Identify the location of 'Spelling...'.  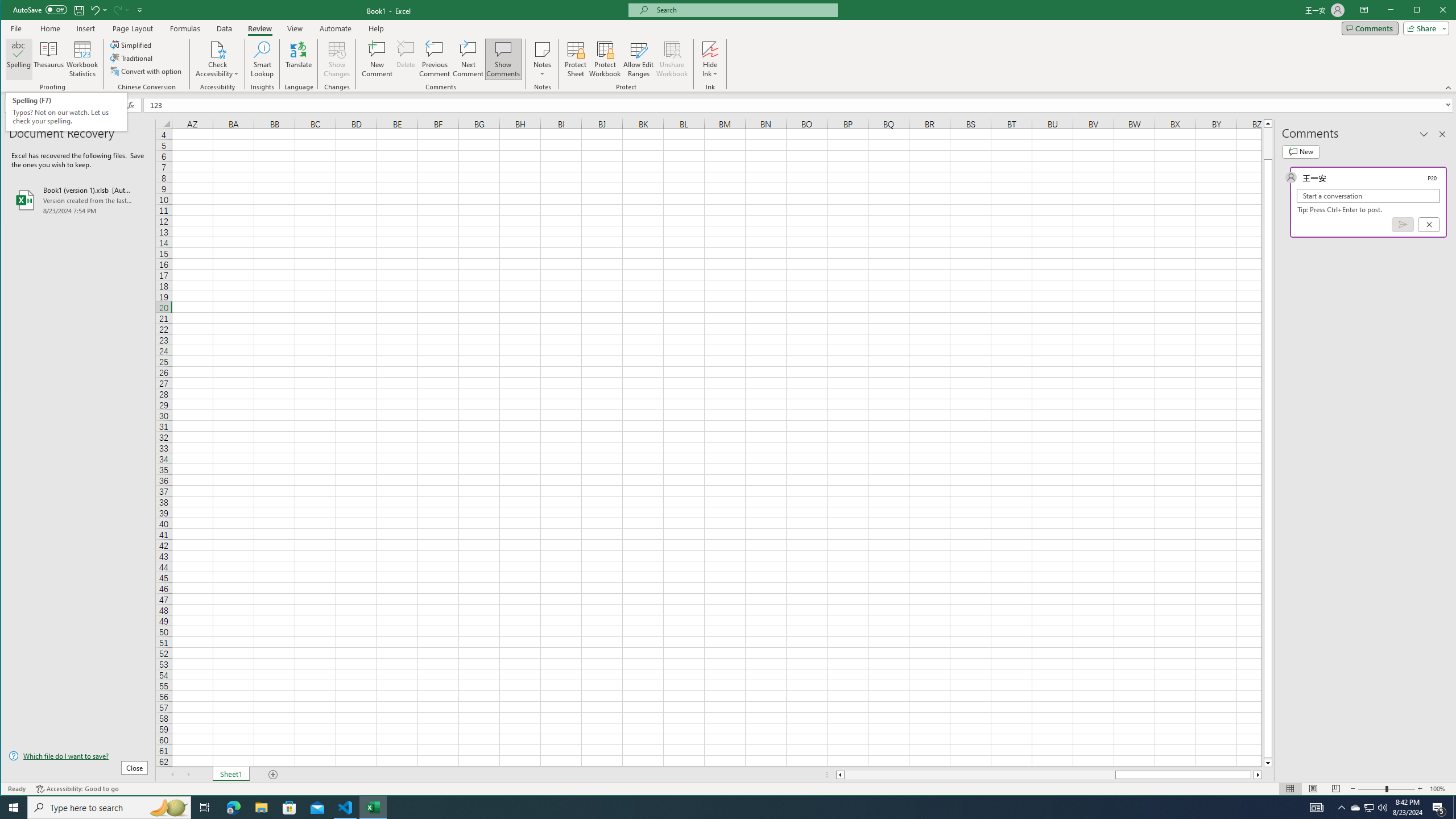
(18, 59).